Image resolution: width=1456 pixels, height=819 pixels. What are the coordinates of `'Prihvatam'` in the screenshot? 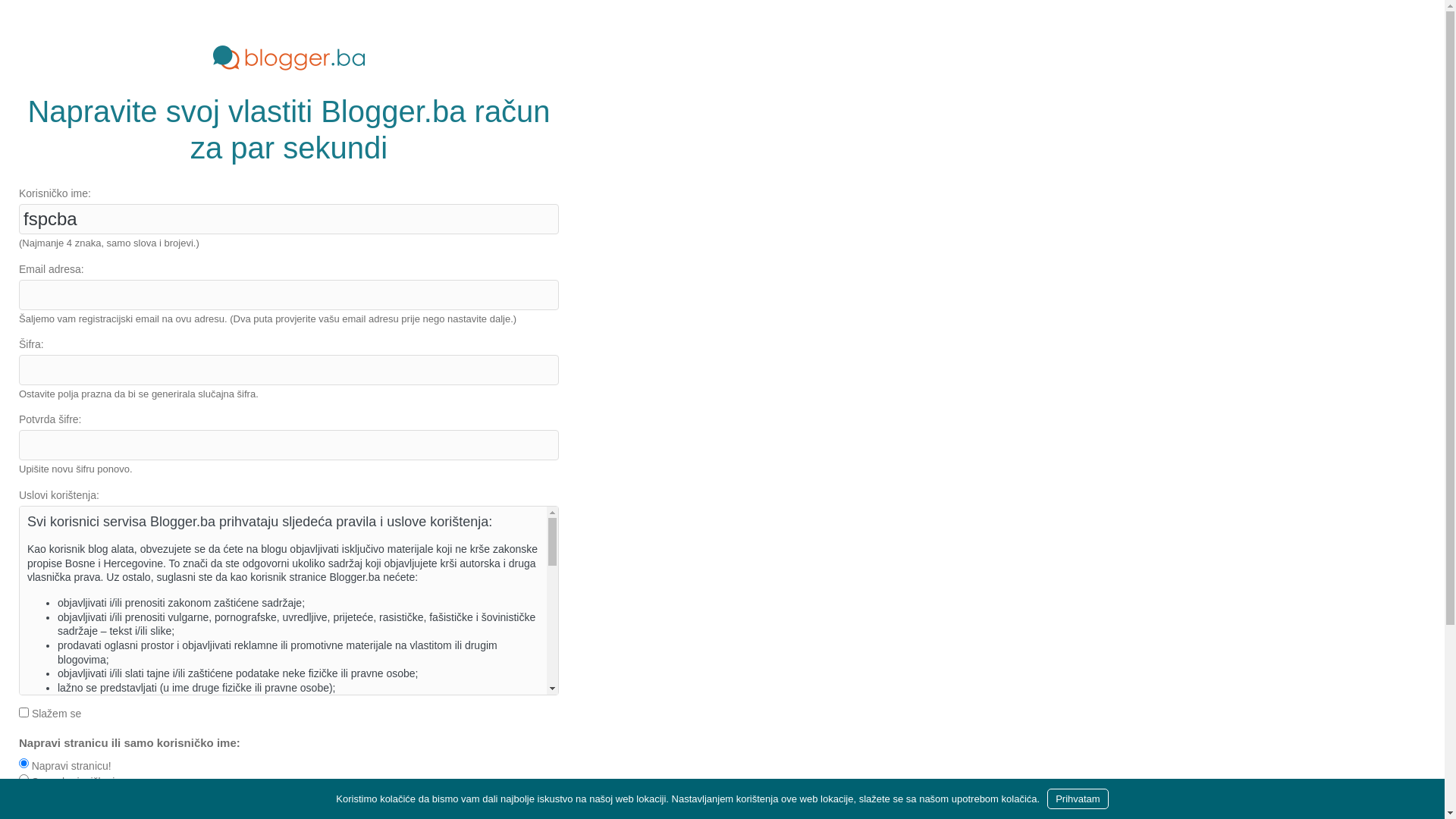 It's located at (1077, 798).